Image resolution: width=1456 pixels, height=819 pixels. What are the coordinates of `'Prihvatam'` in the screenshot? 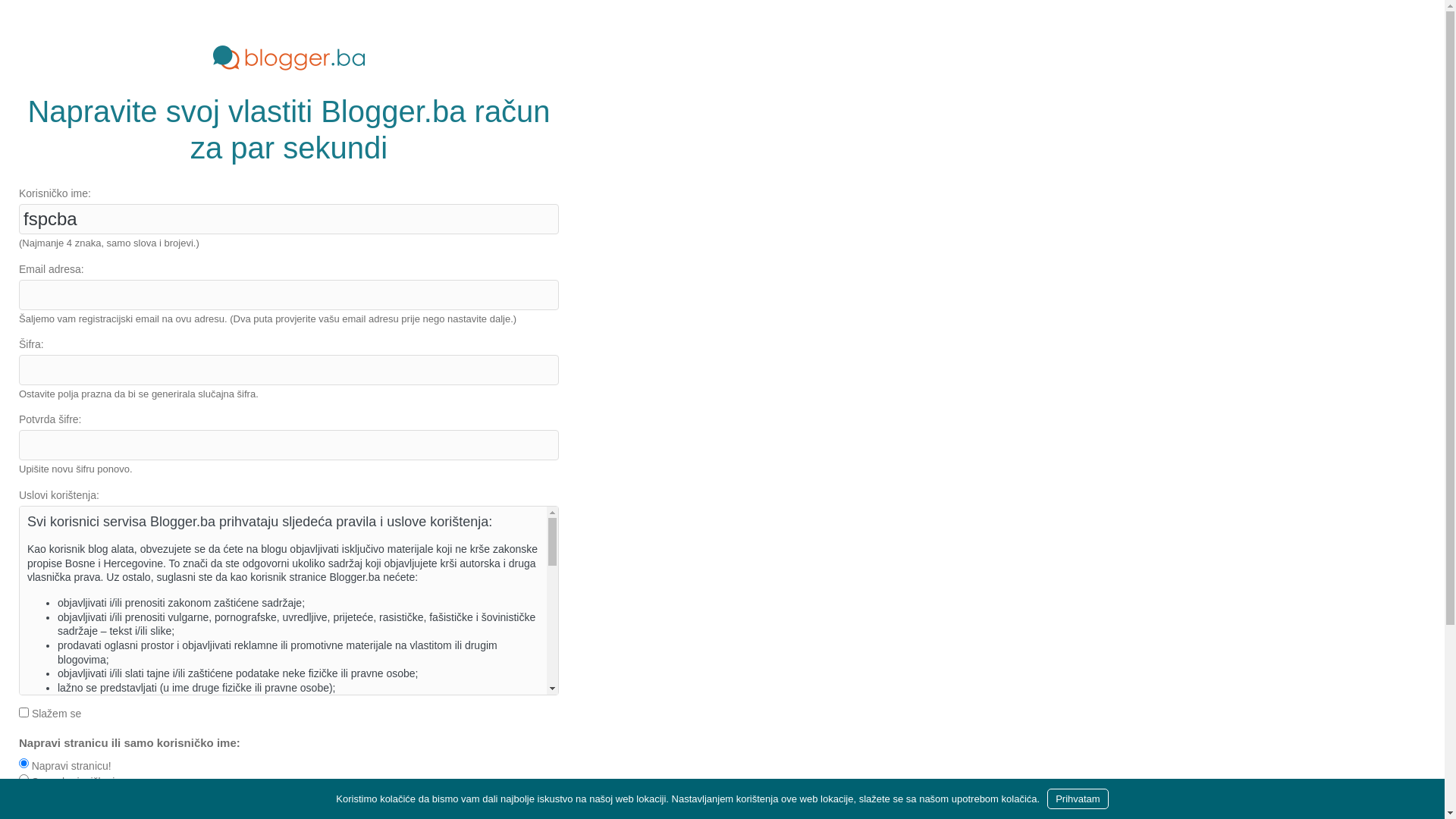 It's located at (1077, 798).